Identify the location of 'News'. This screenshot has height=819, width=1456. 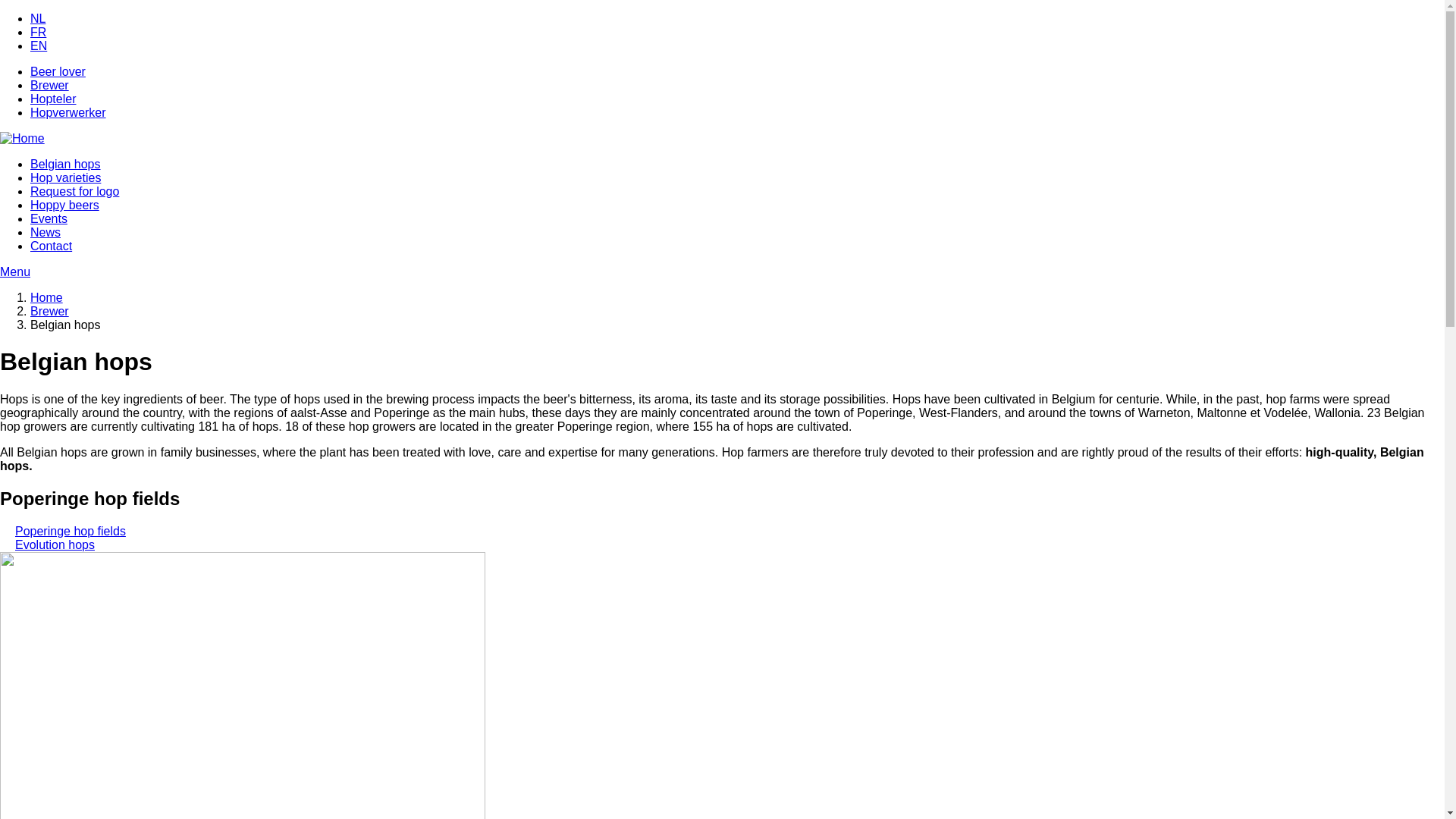
(45, 232).